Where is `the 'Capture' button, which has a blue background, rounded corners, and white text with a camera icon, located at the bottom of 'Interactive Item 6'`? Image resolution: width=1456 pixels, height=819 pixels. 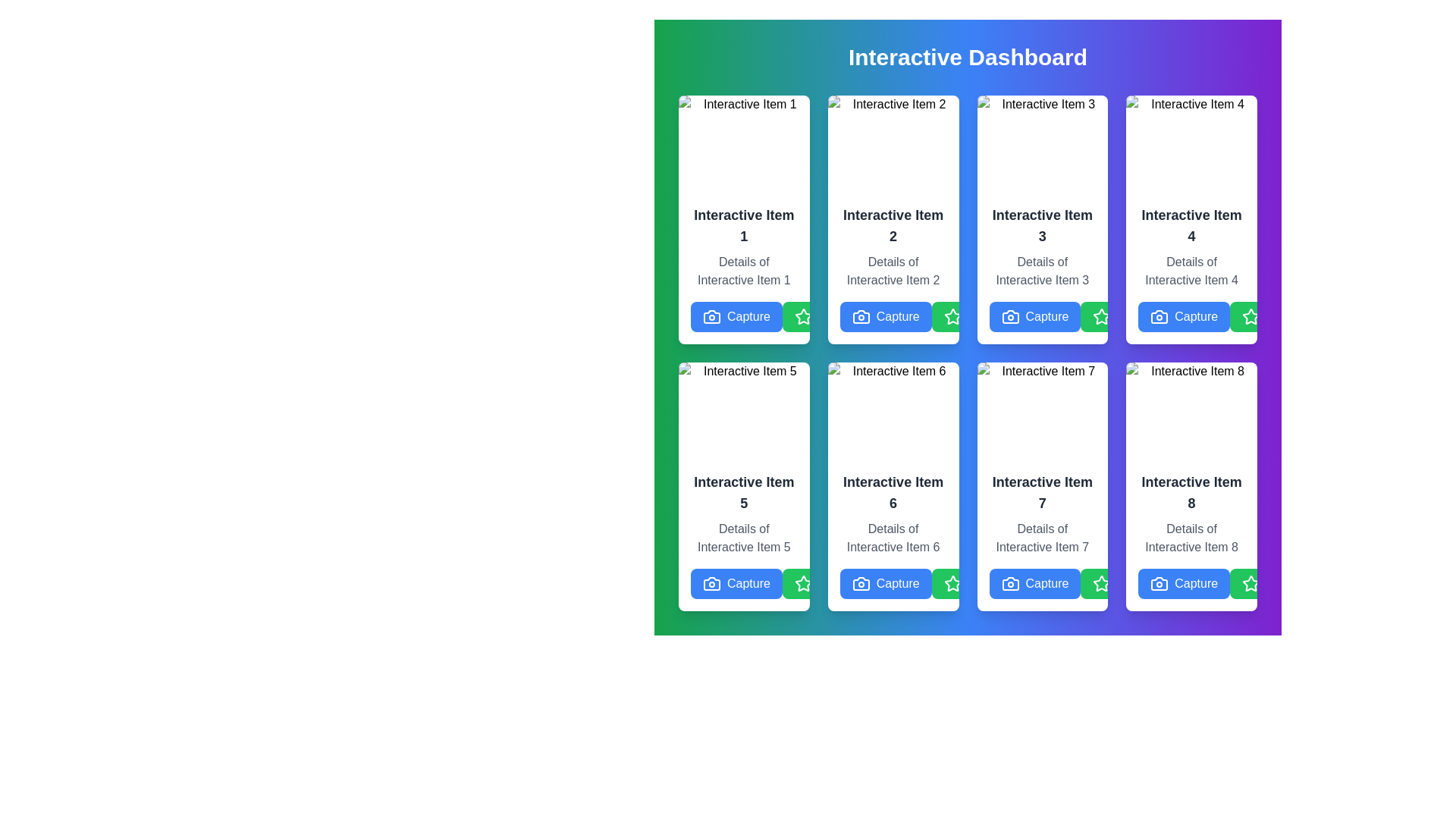
the 'Capture' button, which has a blue background, rounded corners, and white text with a camera icon, located at the bottom of 'Interactive Item 6' is located at coordinates (886, 315).